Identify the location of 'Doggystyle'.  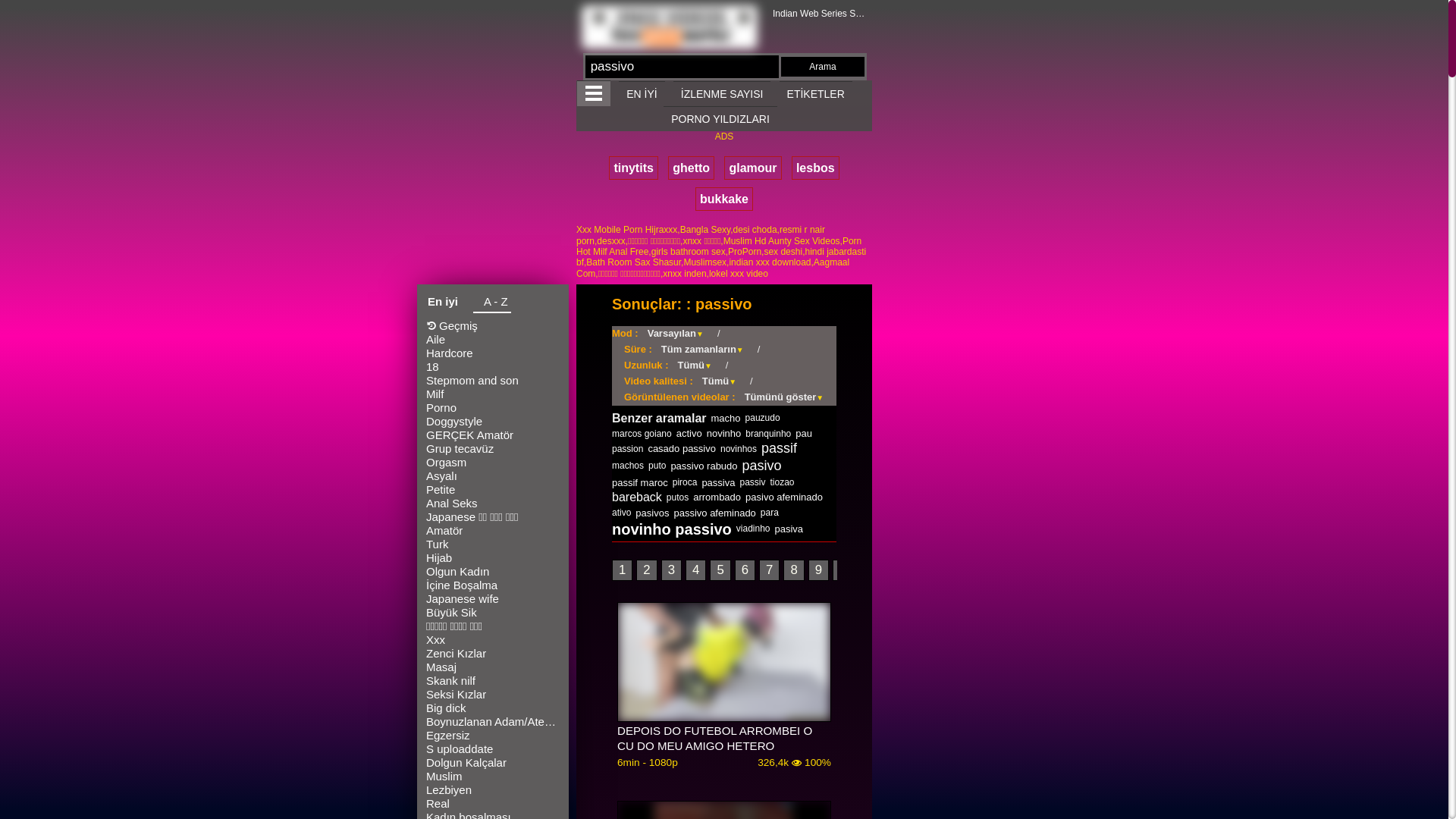
(492, 421).